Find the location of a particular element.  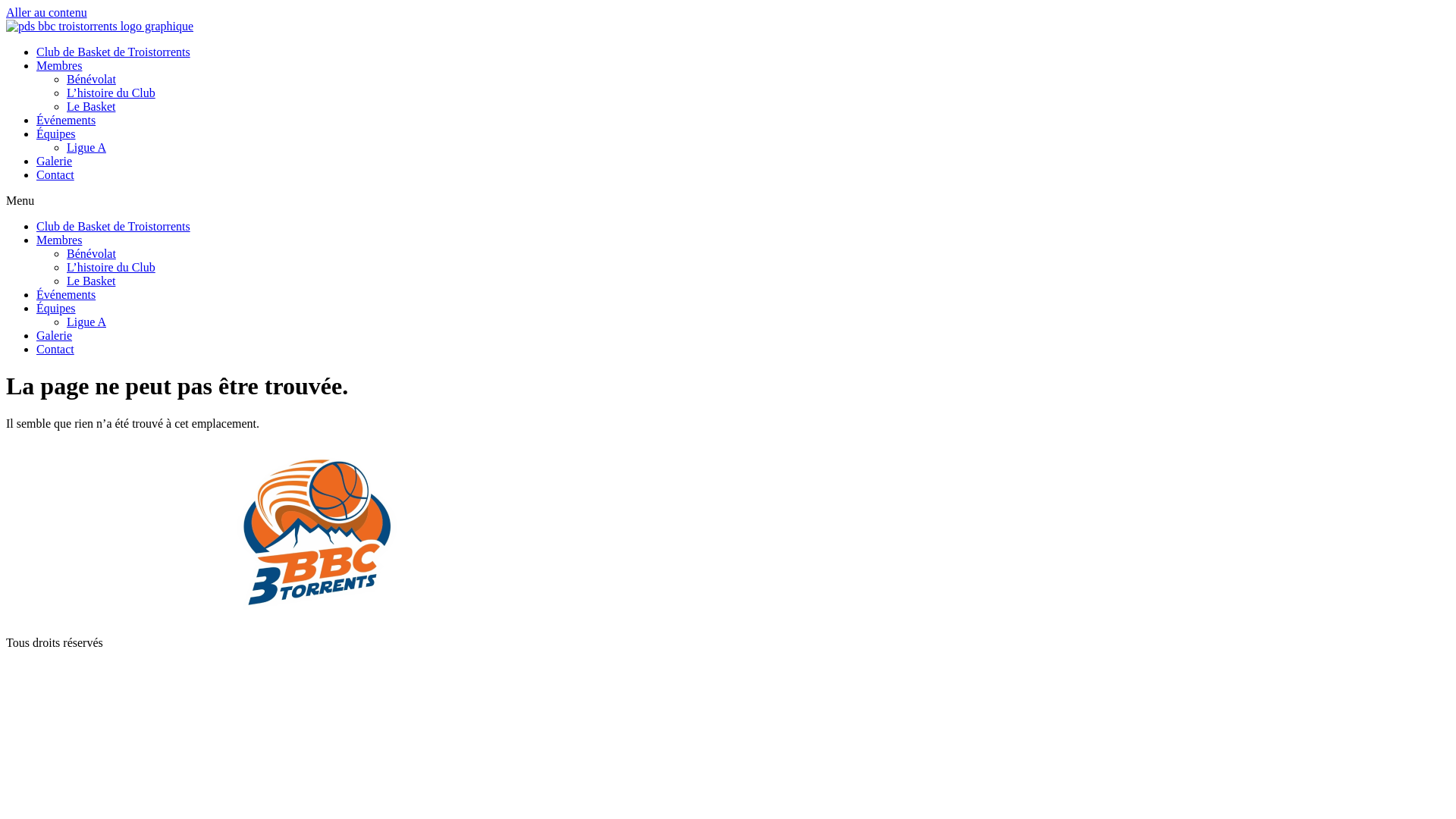

'Le Basket' is located at coordinates (90, 281).